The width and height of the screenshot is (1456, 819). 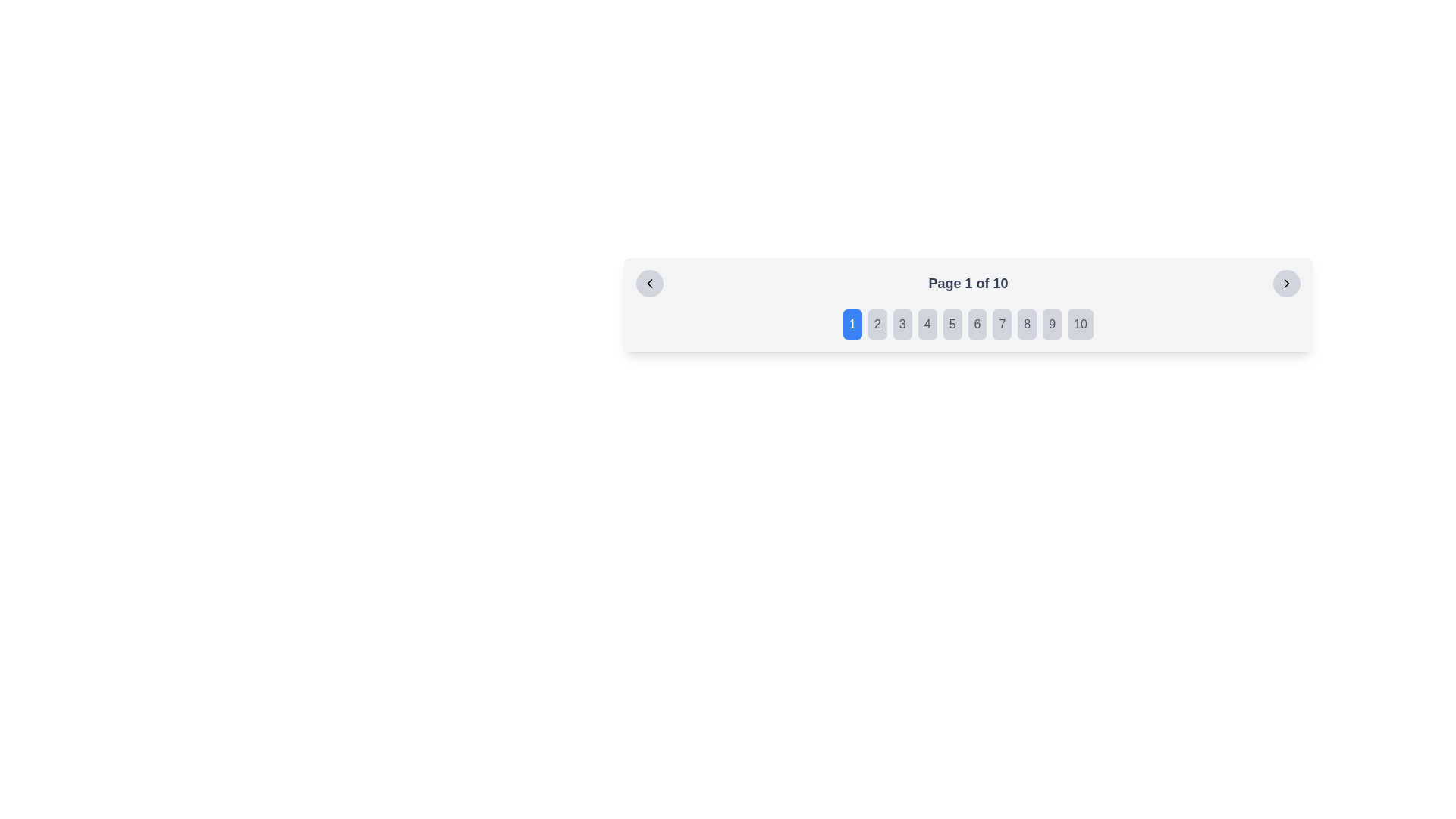 What do you see at coordinates (650, 284) in the screenshot?
I see `the first button from the left in the pagination navigation bar to move to the previous page` at bounding box center [650, 284].